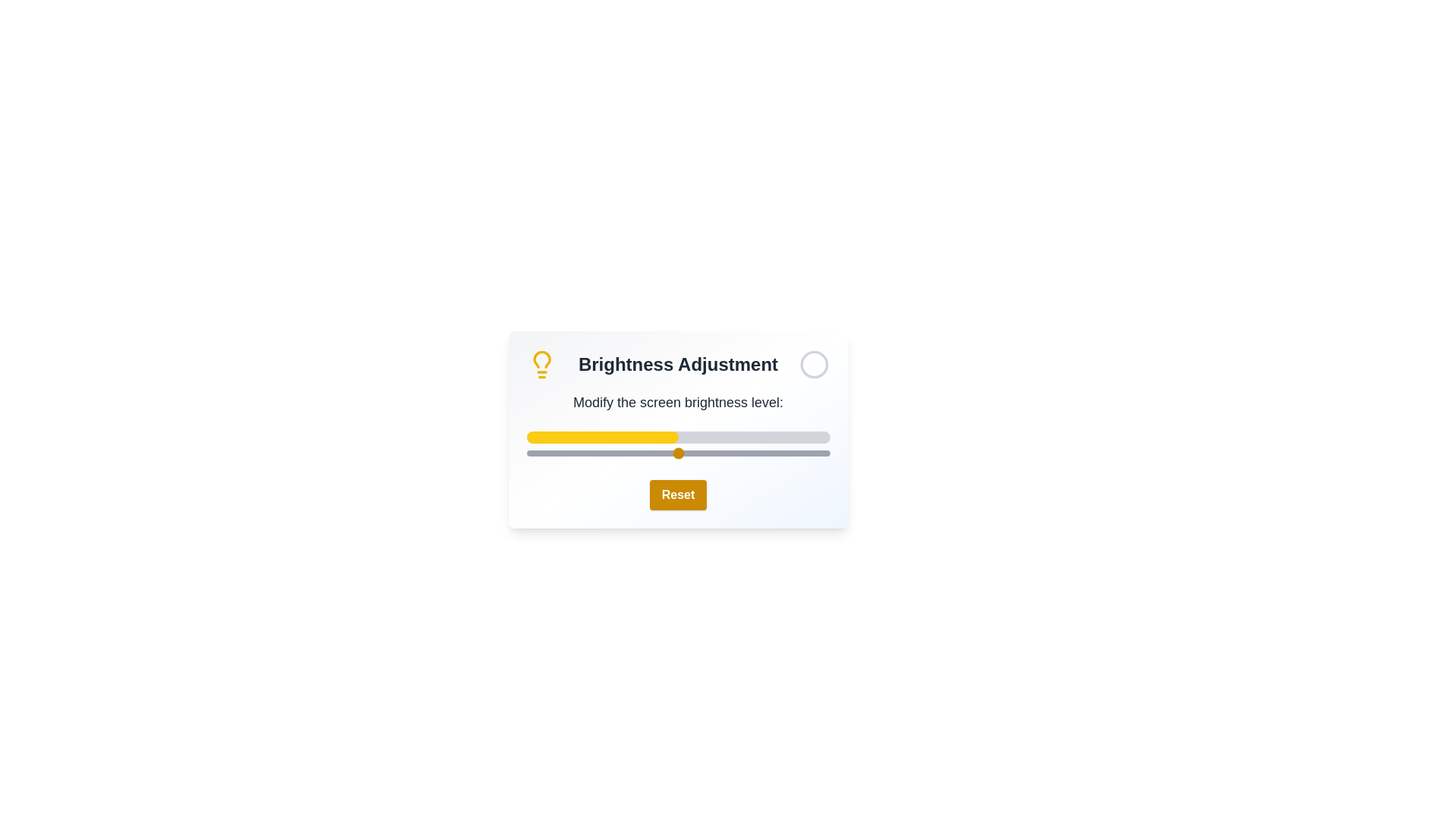  I want to click on the brightness slider to 55%, so click(692, 452).